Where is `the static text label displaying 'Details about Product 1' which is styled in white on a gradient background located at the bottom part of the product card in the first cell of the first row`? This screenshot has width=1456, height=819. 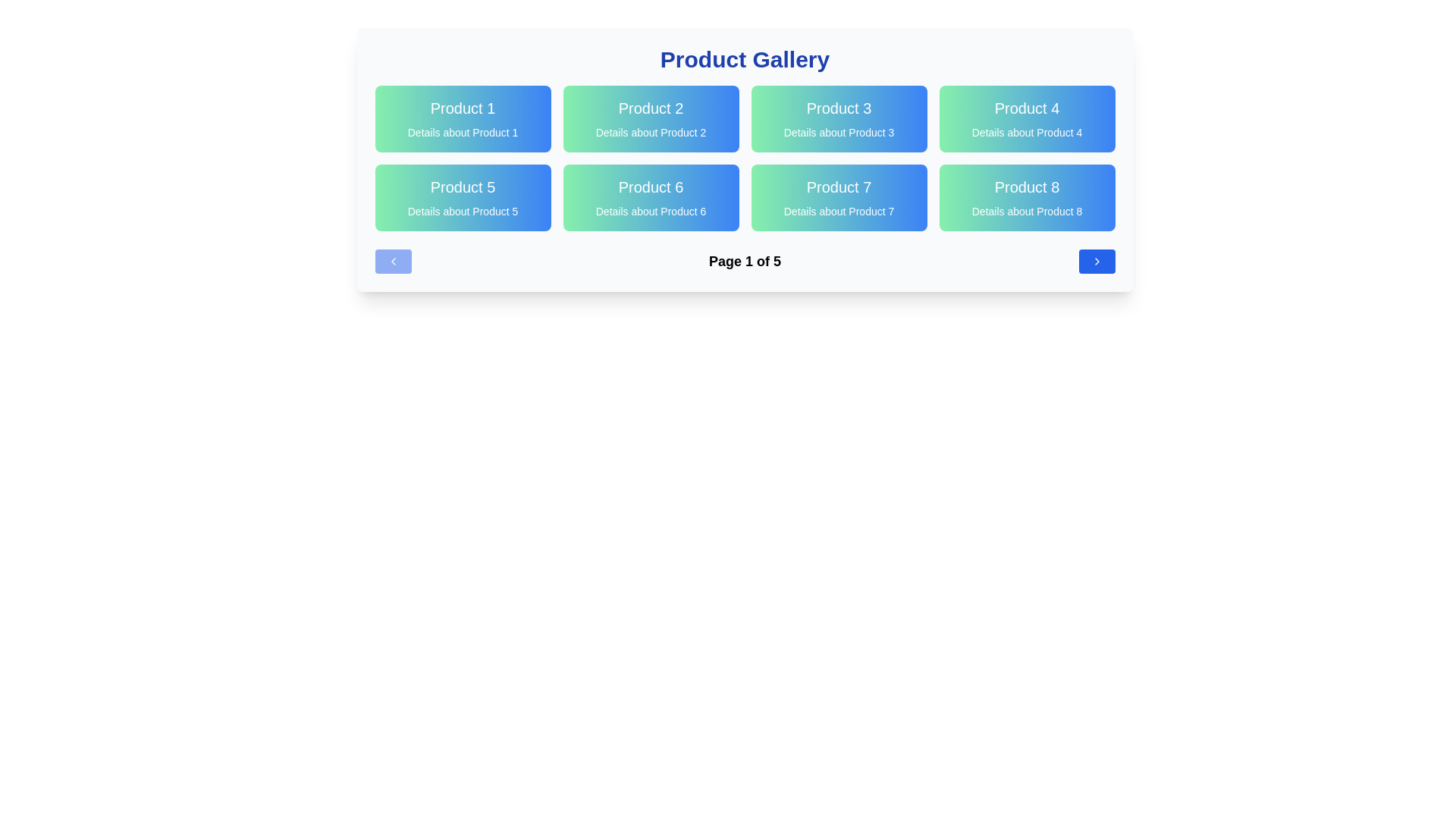
the static text label displaying 'Details about Product 1' which is styled in white on a gradient background located at the bottom part of the product card in the first cell of the first row is located at coordinates (462, 131).